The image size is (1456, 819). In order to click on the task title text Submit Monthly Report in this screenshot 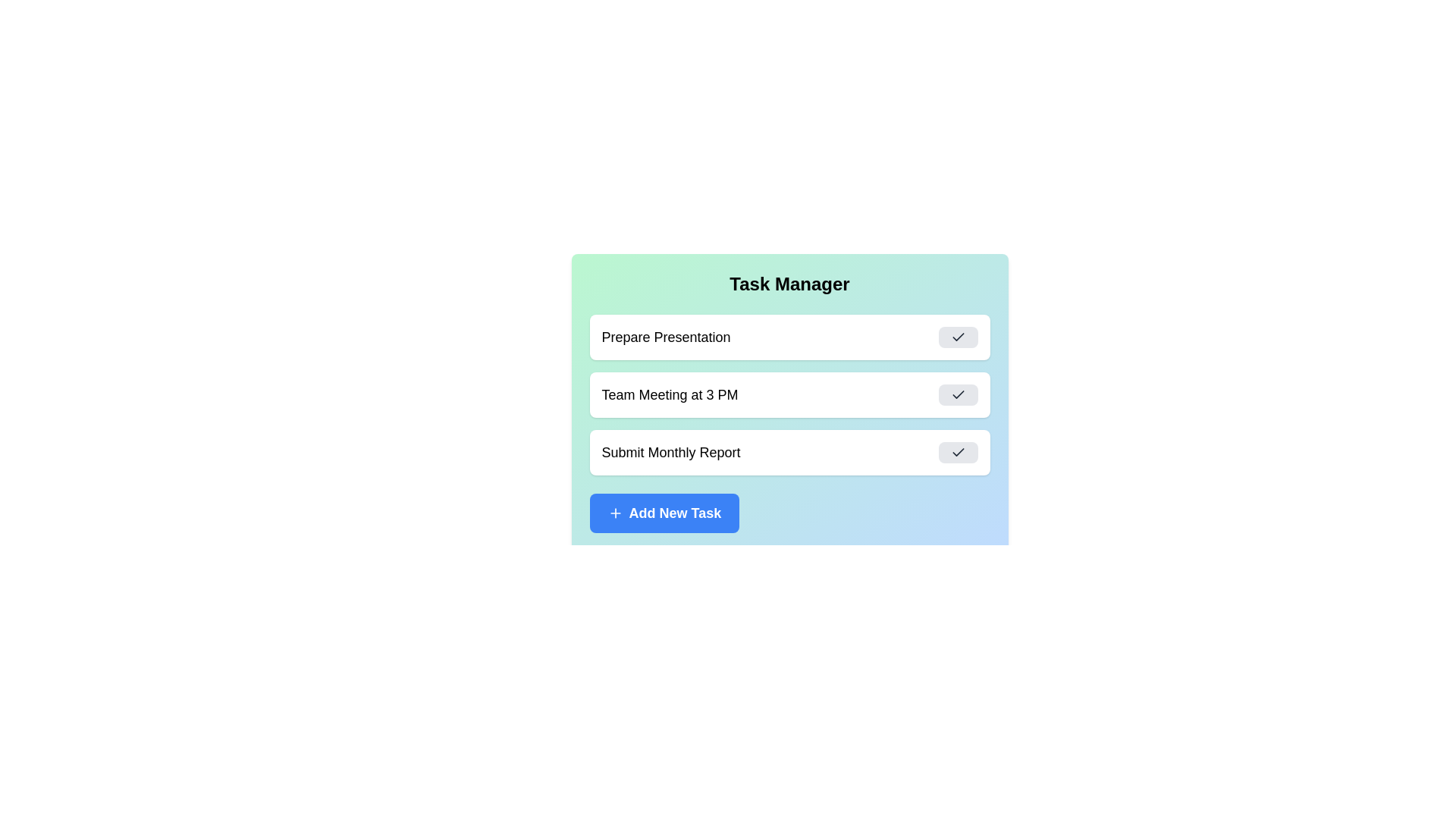, I will do `click(670, 452)`.